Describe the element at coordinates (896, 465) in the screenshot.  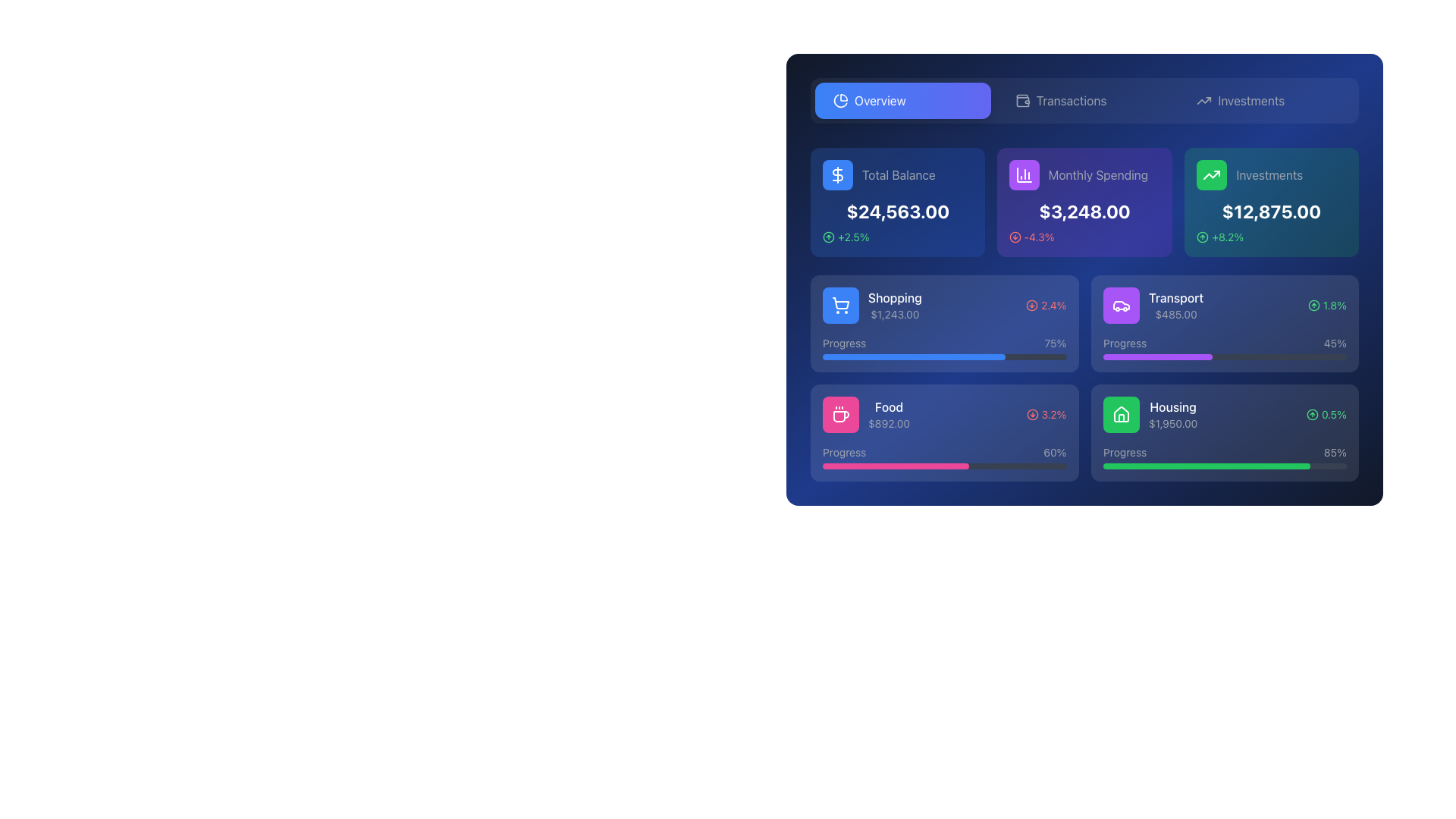
I see `the Progress bar indicating 60% completion for 'Food' located in the lower-left card under the 'Progress' label` at that location.